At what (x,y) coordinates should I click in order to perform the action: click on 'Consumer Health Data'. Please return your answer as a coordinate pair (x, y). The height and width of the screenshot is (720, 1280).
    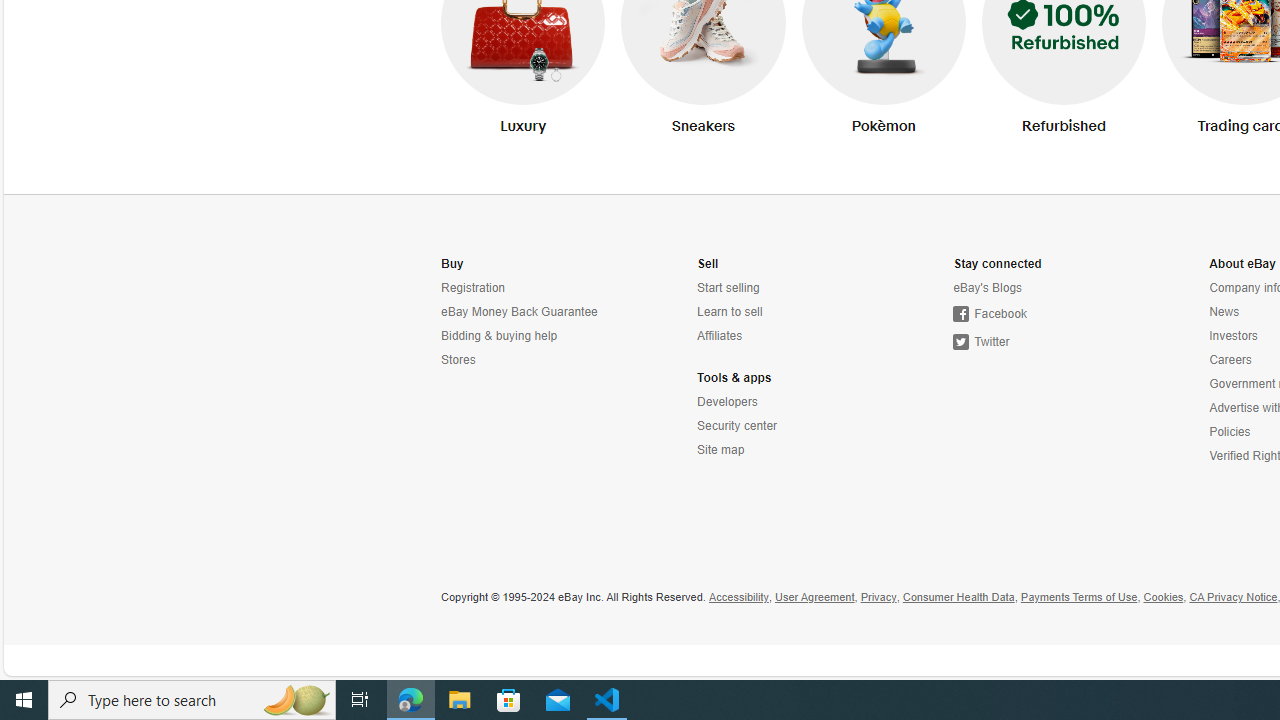
    Looking at the image, I should click on (957, 596).